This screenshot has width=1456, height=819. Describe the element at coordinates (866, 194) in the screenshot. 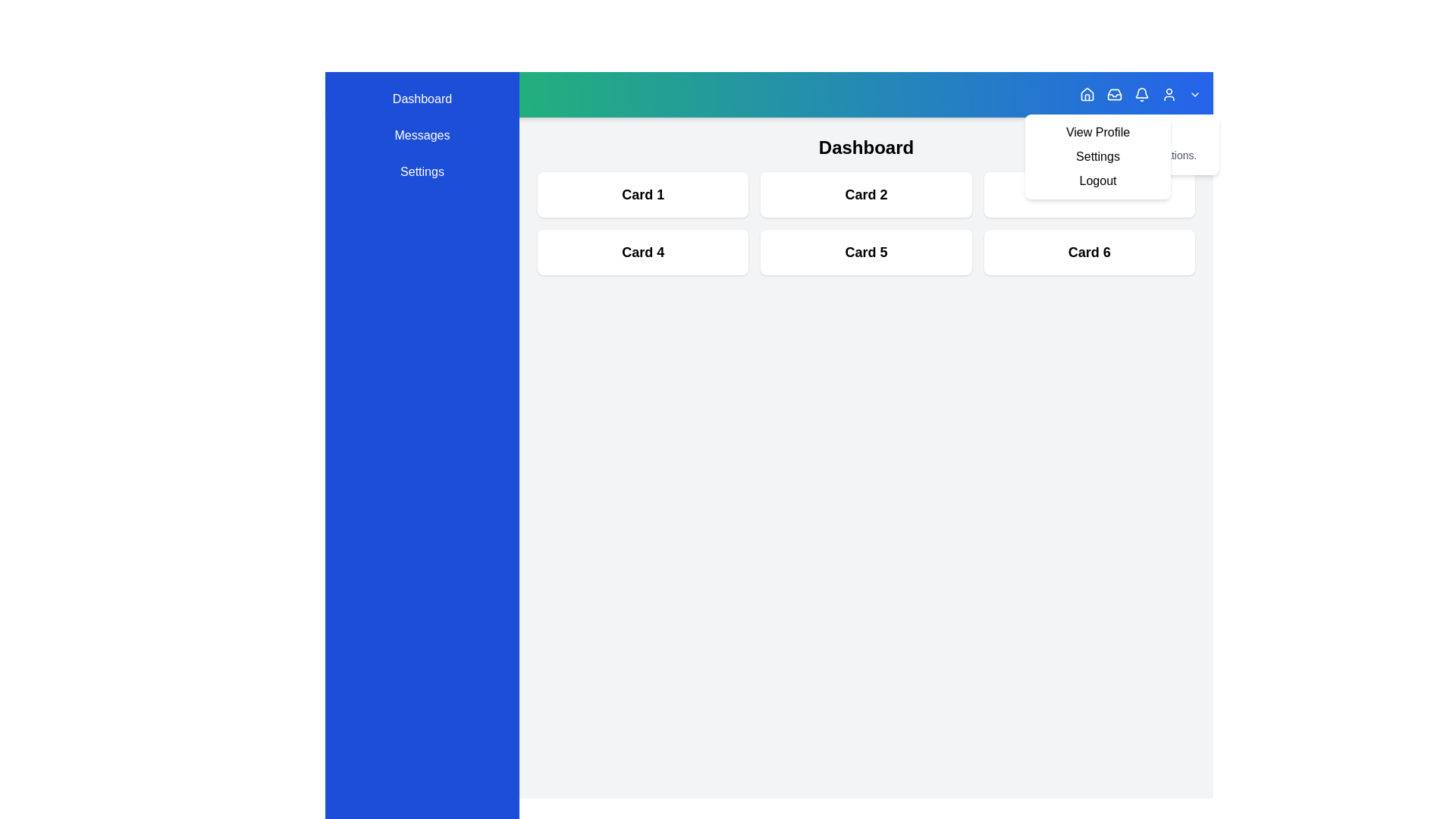

I see `the static text label identified as 'Card 2', which serves as the title for the corresponding card located in the top row of the card grid` at that location.